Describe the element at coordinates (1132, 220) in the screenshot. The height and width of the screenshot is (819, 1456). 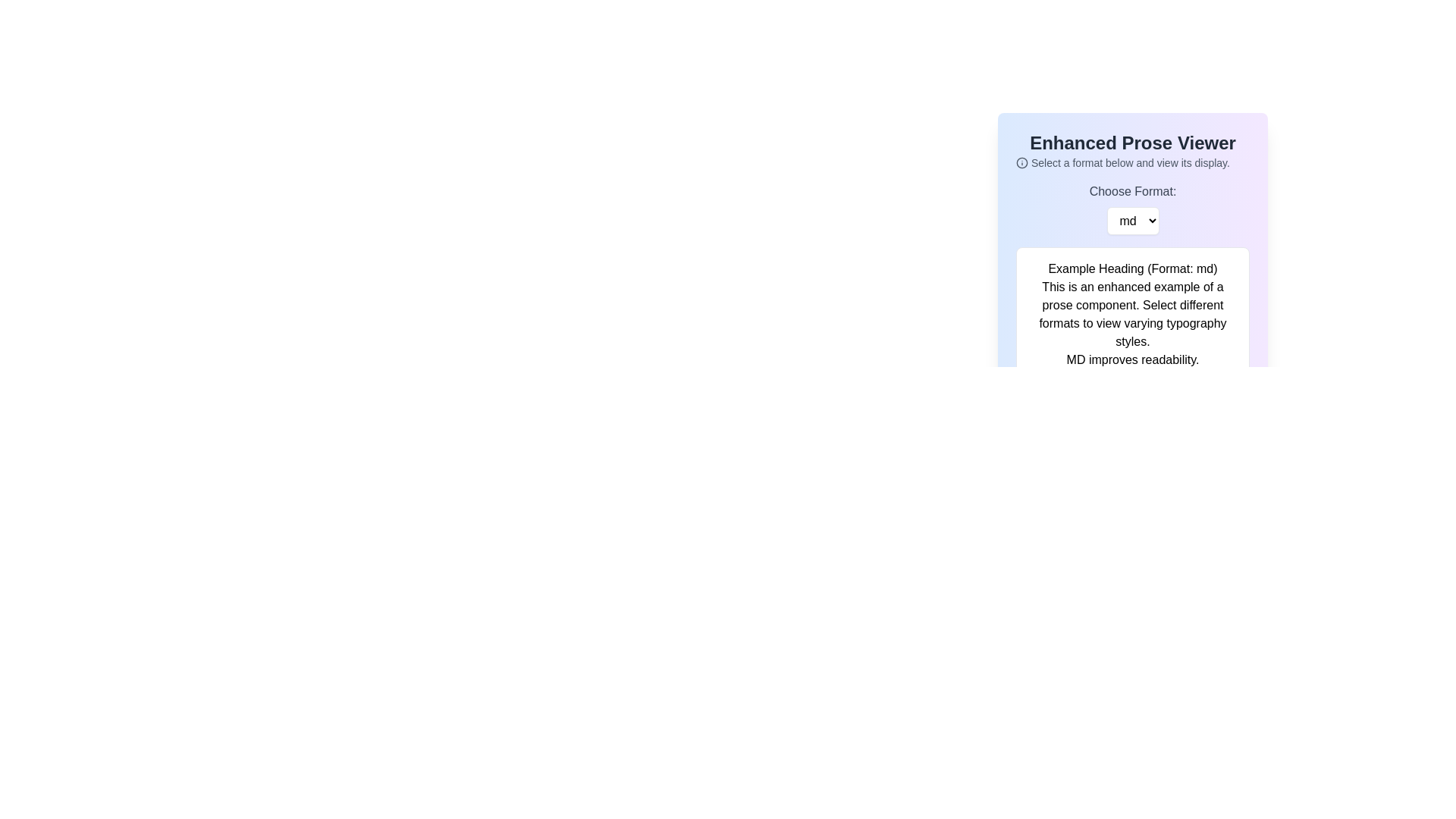
I see `the dropdown menu located beneath the text 'Choose Format:' in the 'Enhanced Prose Viewer' section` at that location.